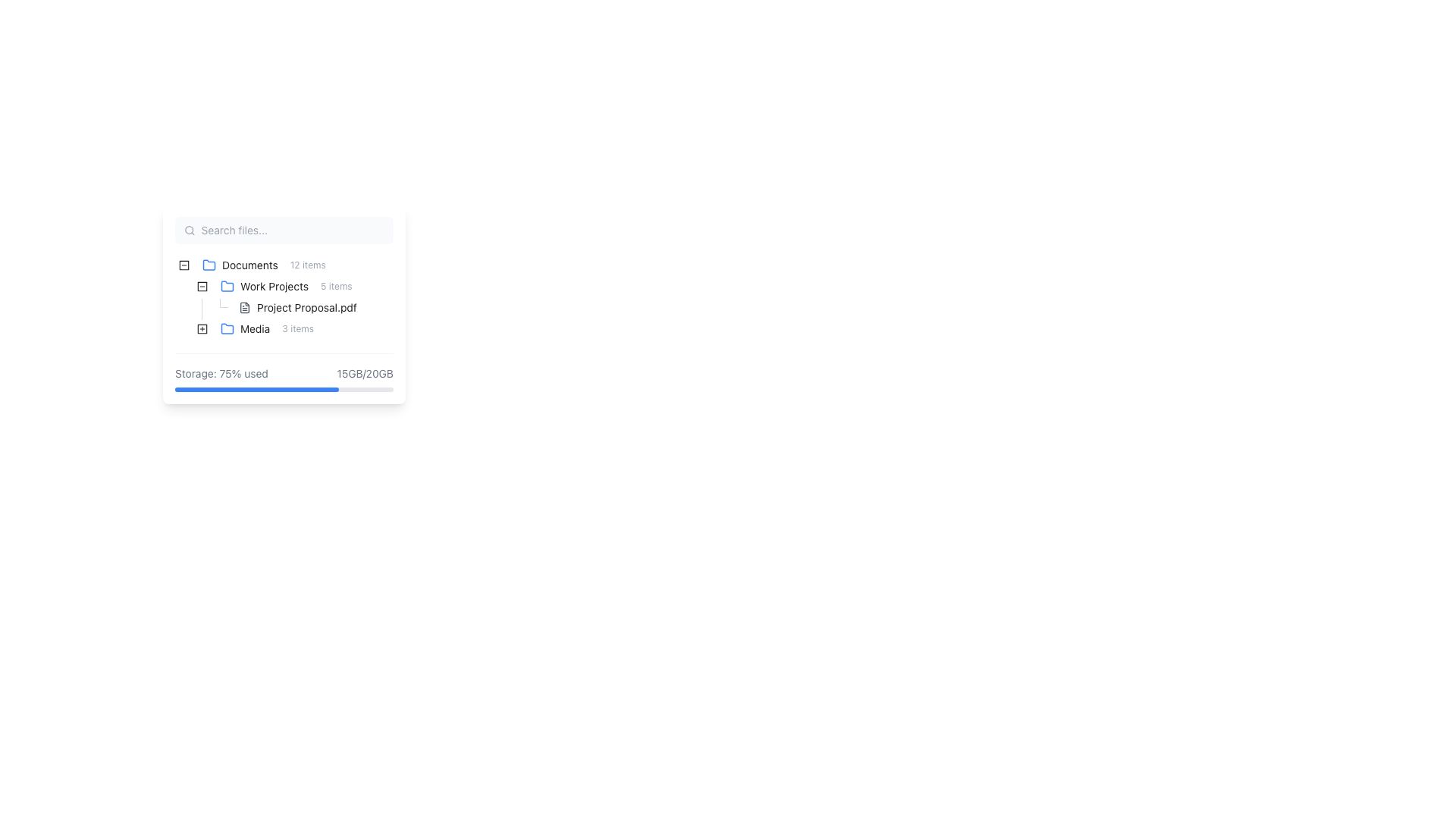  Describe the element at coordinates (226, 328) in the screenshot. I see `the blue folder icon representing the 'Media' folder, positioned to the left of the label 'Media' and the text '3 items'` at that location.